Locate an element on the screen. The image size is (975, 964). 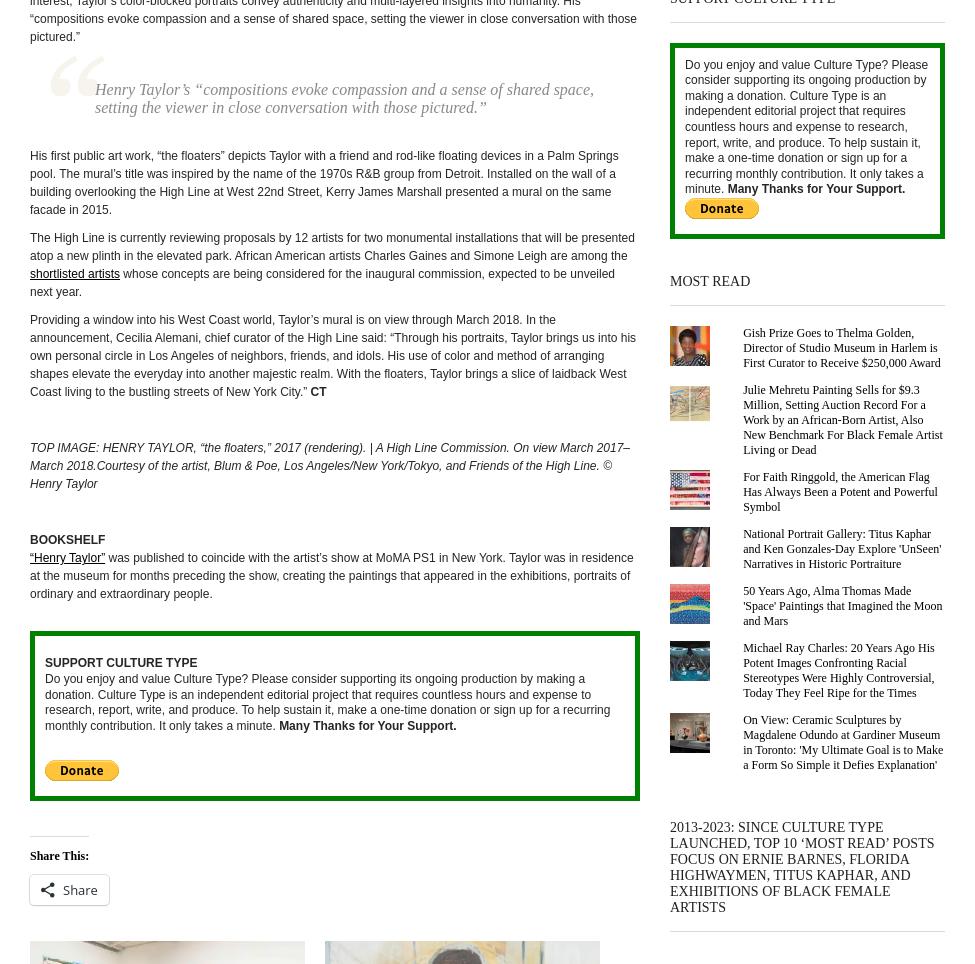
'National Portrait Gallery: Titus Kaphar and Ken Gonzales-Day Explore 'UnSeen' Narratives in Historic Portraiture' is located at coordinates (742, 548).